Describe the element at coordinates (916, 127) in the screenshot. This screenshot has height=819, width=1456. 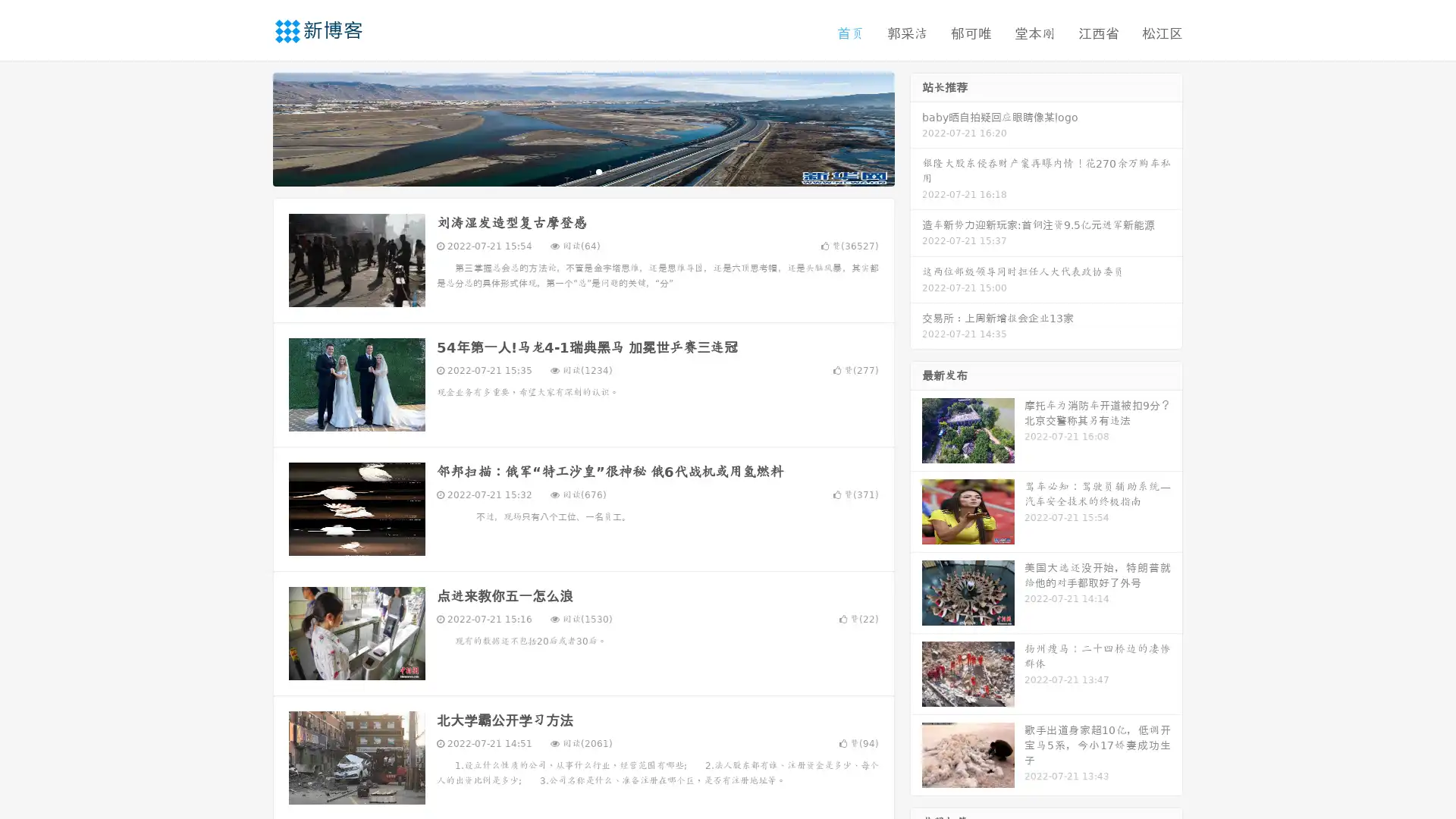
I see `Next slide` at that location.